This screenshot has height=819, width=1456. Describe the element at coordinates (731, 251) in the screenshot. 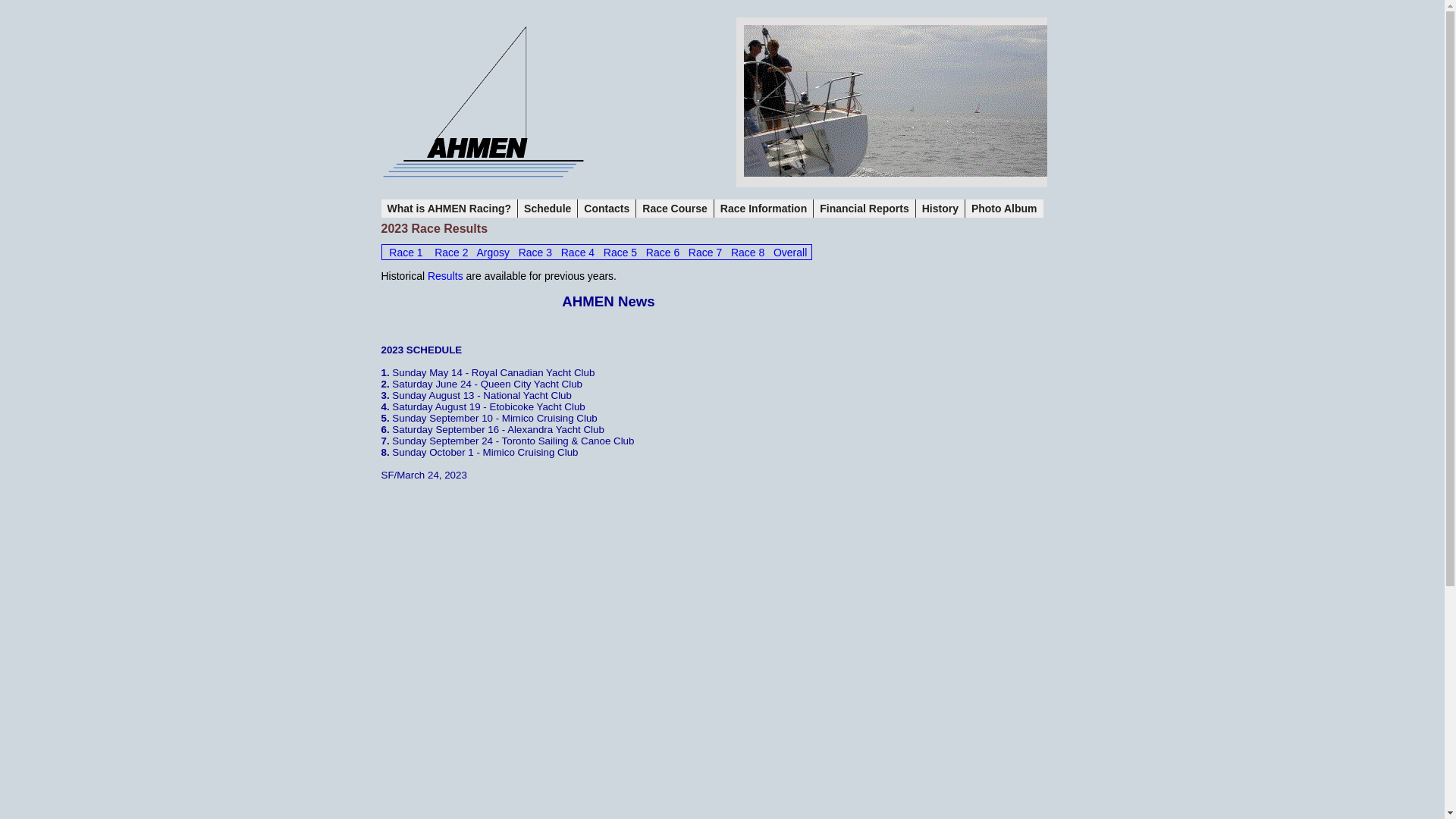

I see `'Race 8'` at that location.